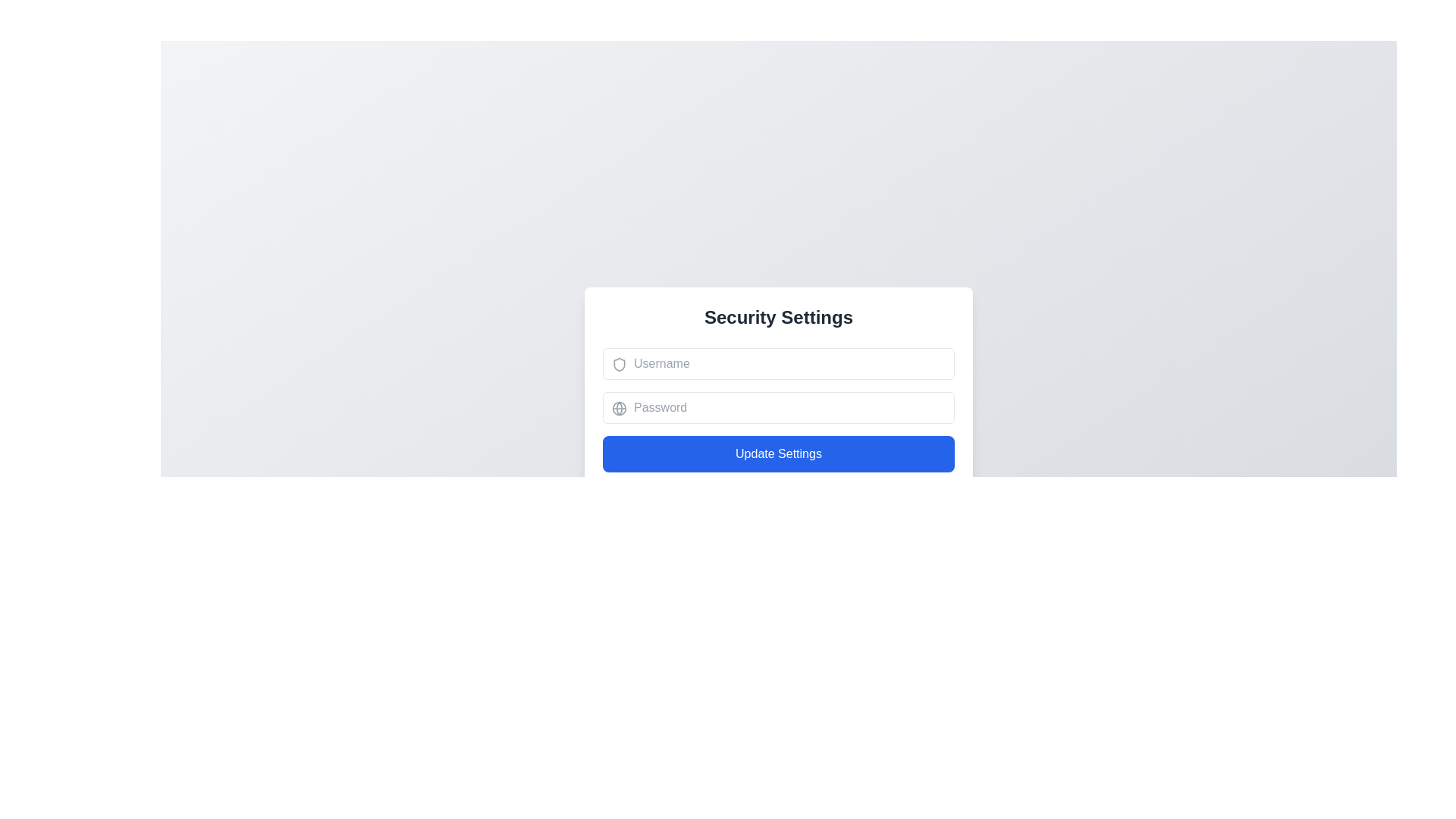 The image size is (1456, 819). I want to click on the prominent blue 'Update Settings' button located at the bottom of the Security Settings Form Card, so click(779, 449).